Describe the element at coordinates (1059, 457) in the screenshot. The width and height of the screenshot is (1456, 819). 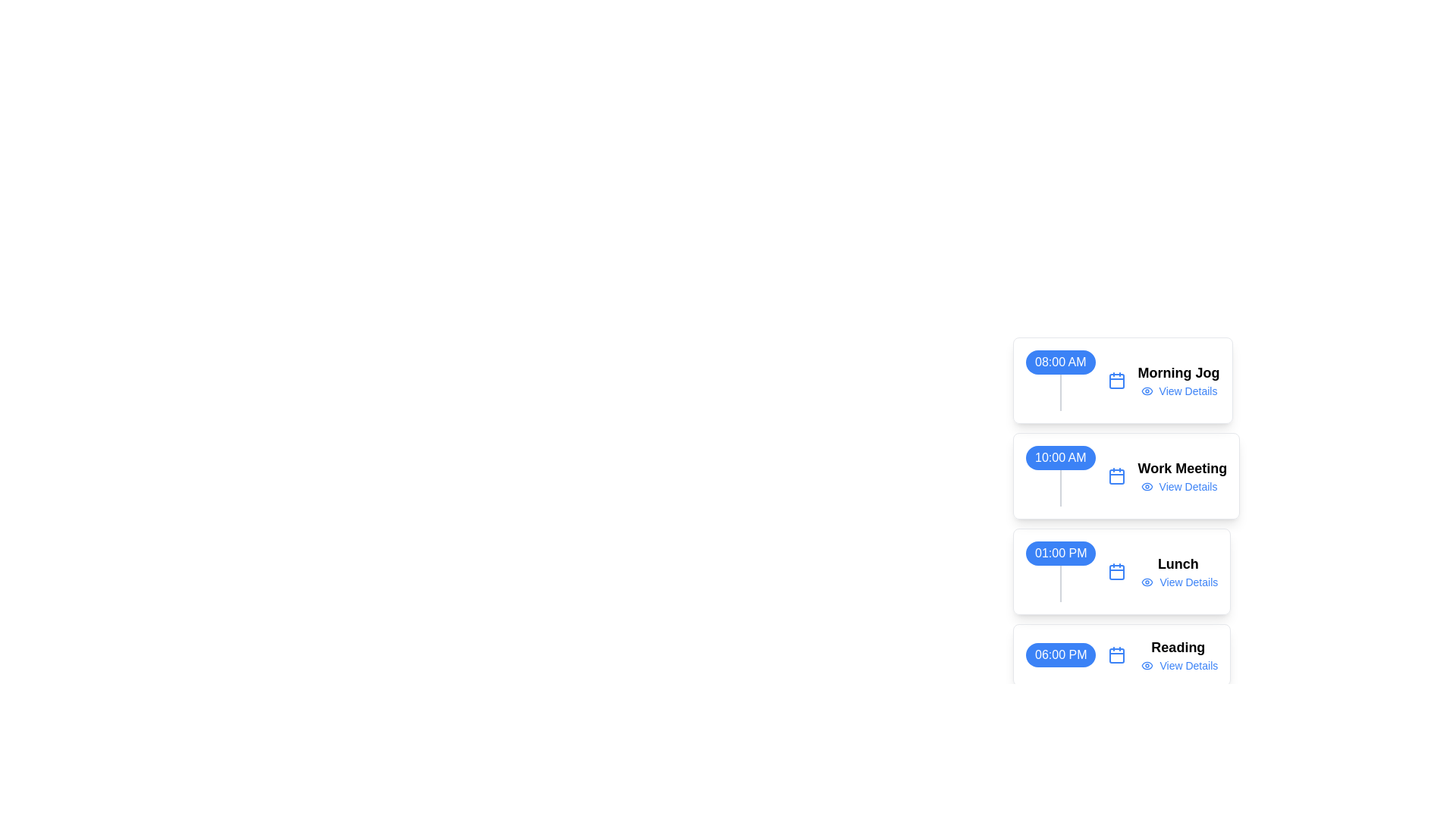
I see `the information displayed on the Time Label showing '10:00 AM', which appears as white text on a blue, rounded rectangular background, part of the vertical timeline layout` at that location.